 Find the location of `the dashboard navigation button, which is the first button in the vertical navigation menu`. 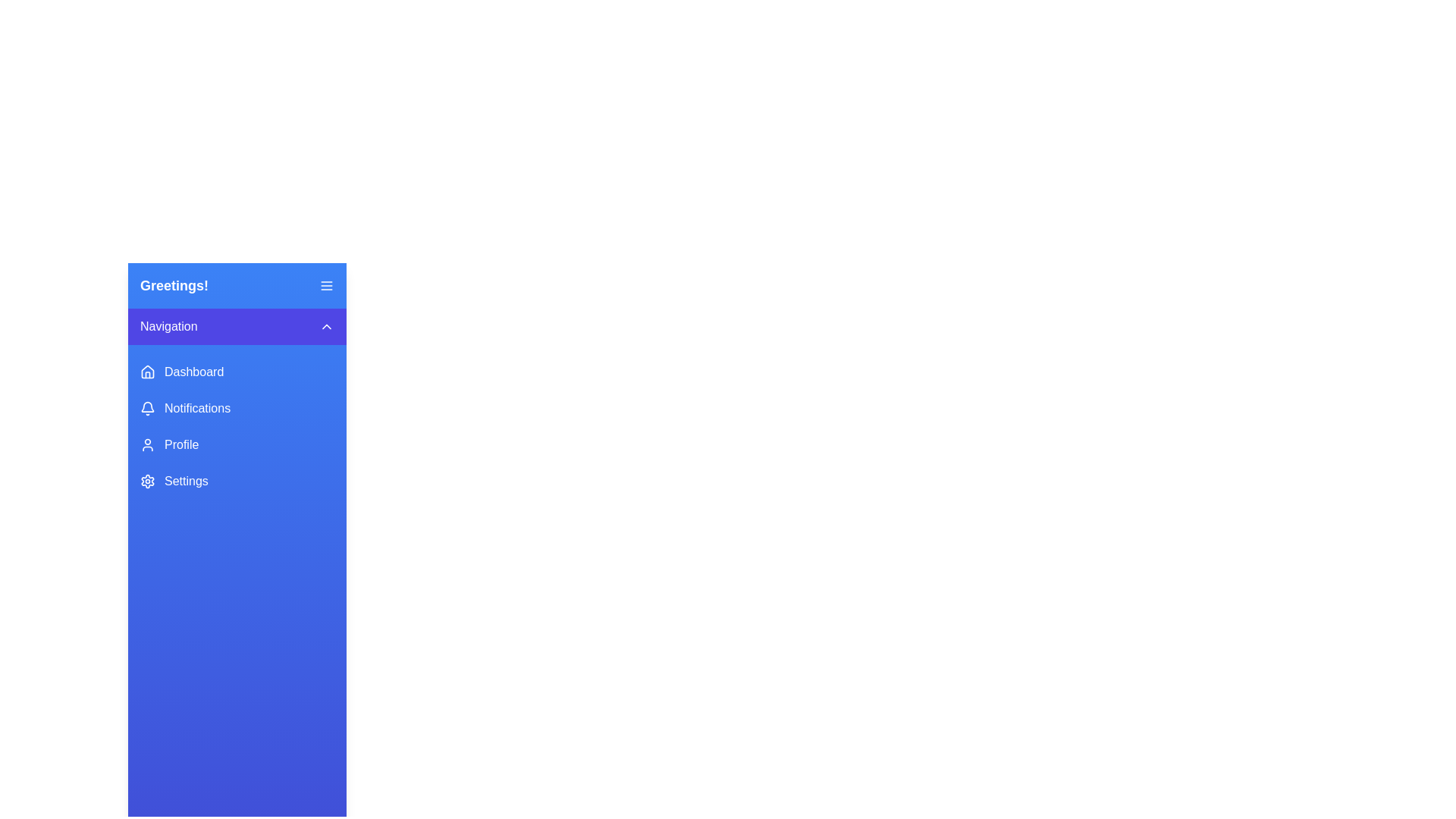

the dashboard navigation button, which is the first button in the vertical navigation menu is located at coordinates (236, 372).